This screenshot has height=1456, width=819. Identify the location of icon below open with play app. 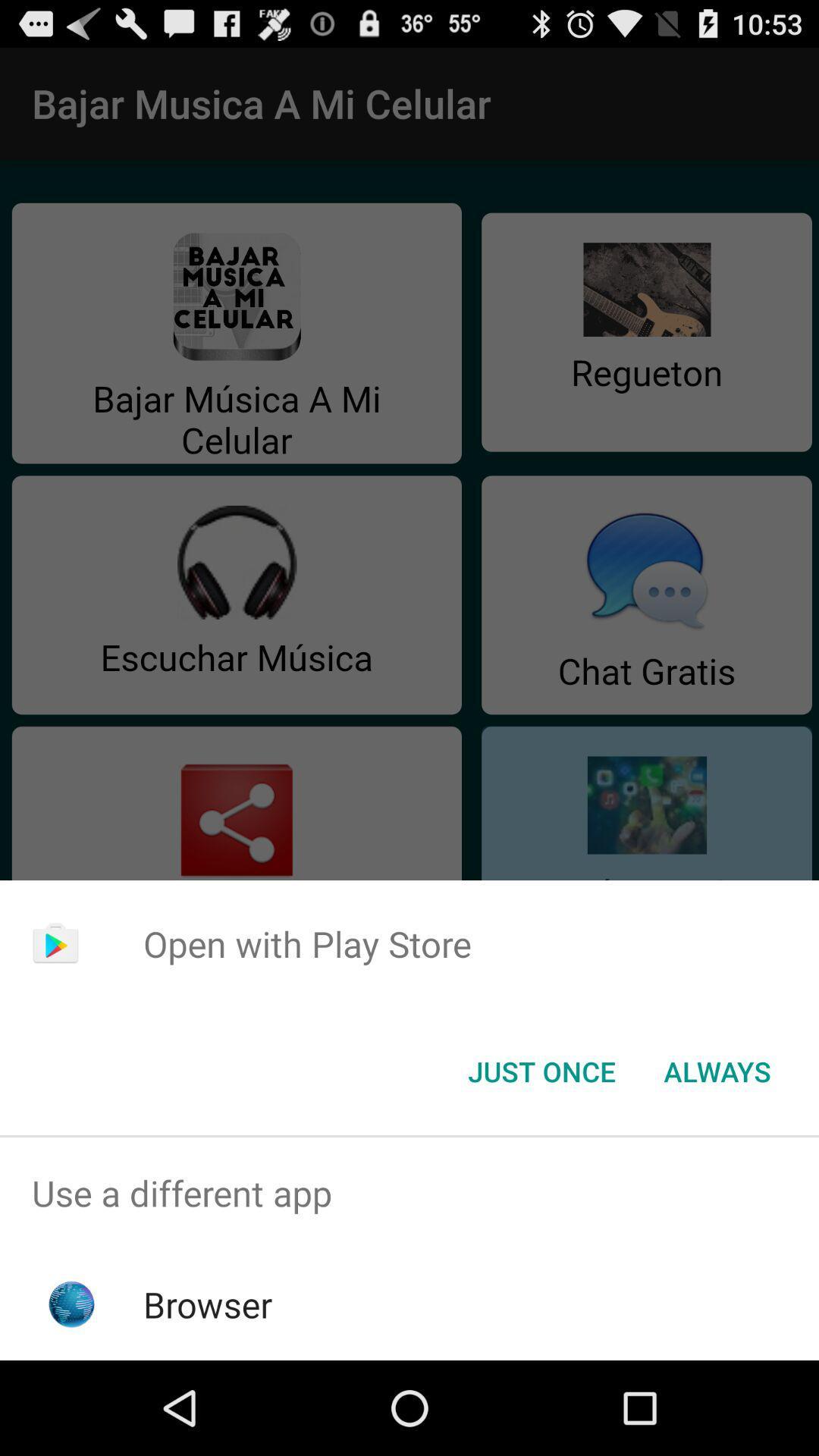
(541, 1070).